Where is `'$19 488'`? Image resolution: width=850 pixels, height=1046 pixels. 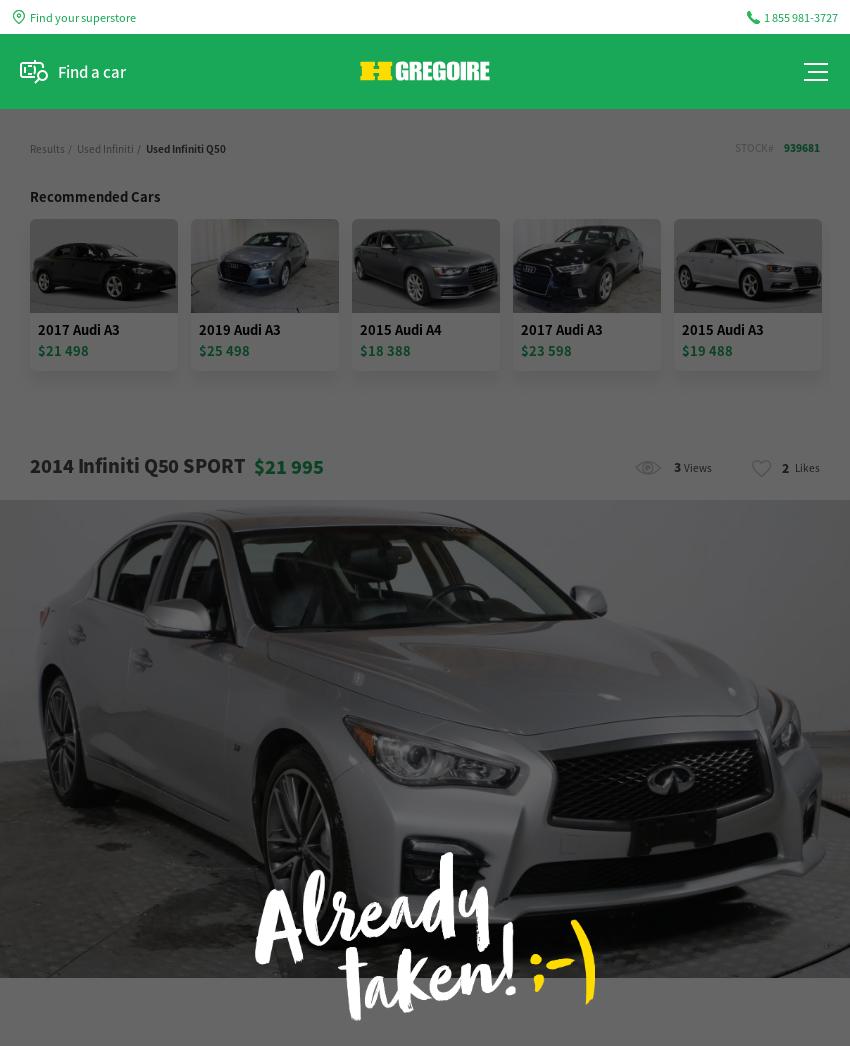
'$19 488' is located at coordinates (706, 349).